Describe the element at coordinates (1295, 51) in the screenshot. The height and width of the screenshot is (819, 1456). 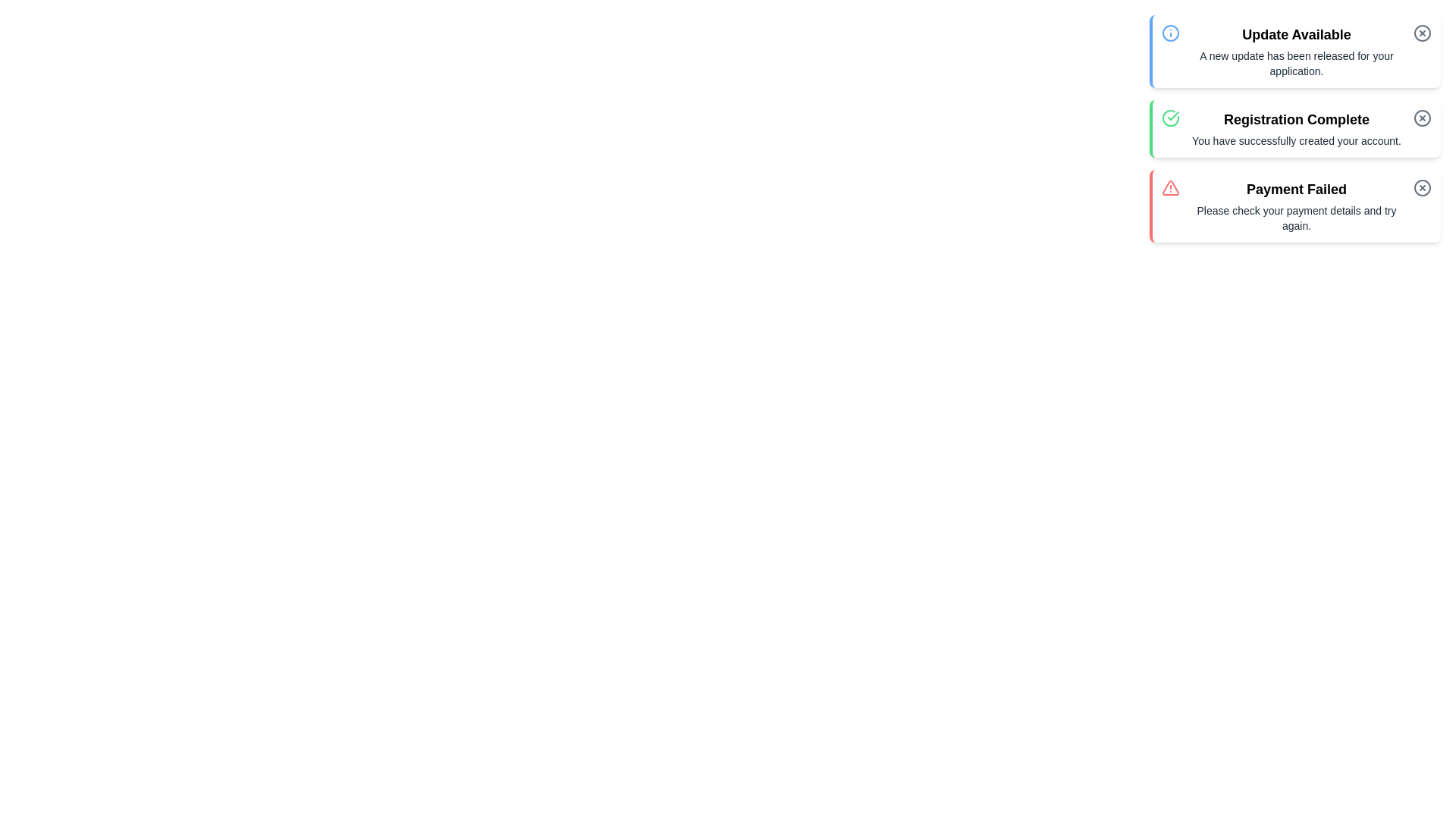
I see `notification that says 'Update Available' with additional information about a new application update, which is styled prominently in a notification card at the top of the stack` at that location.